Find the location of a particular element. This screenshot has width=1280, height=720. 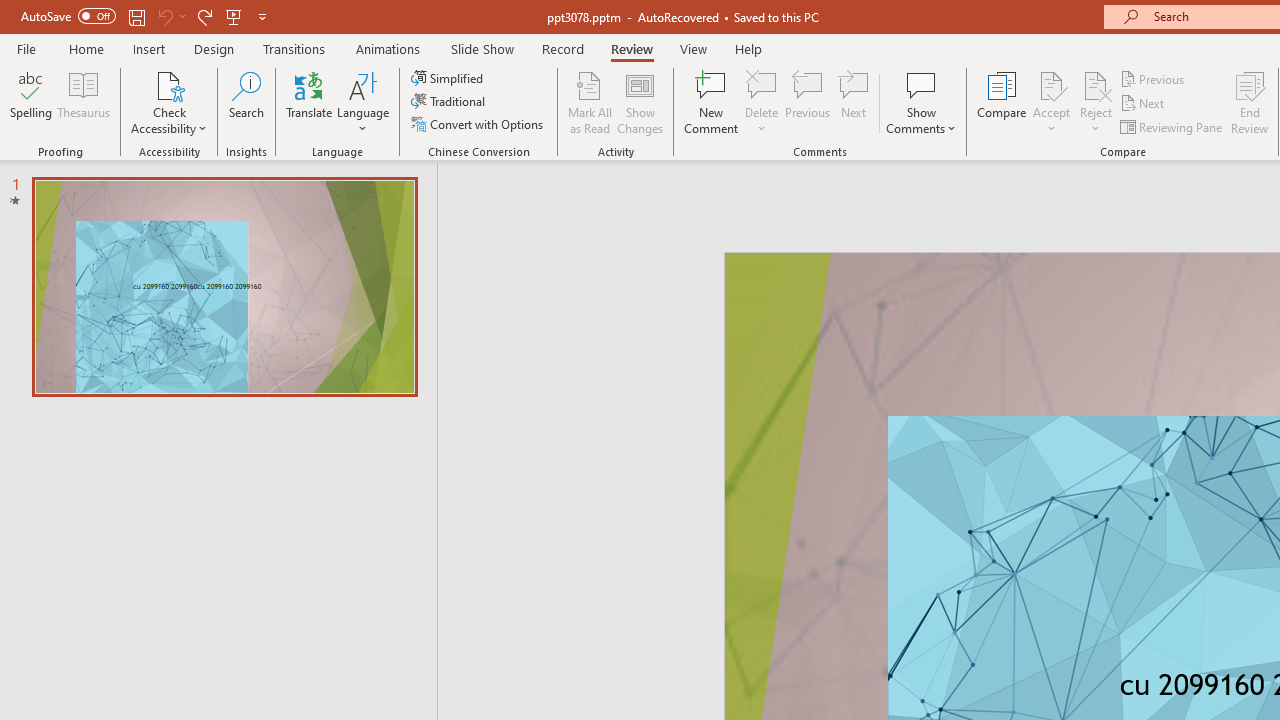

'Simplified' is located at coordinates (448, 77).